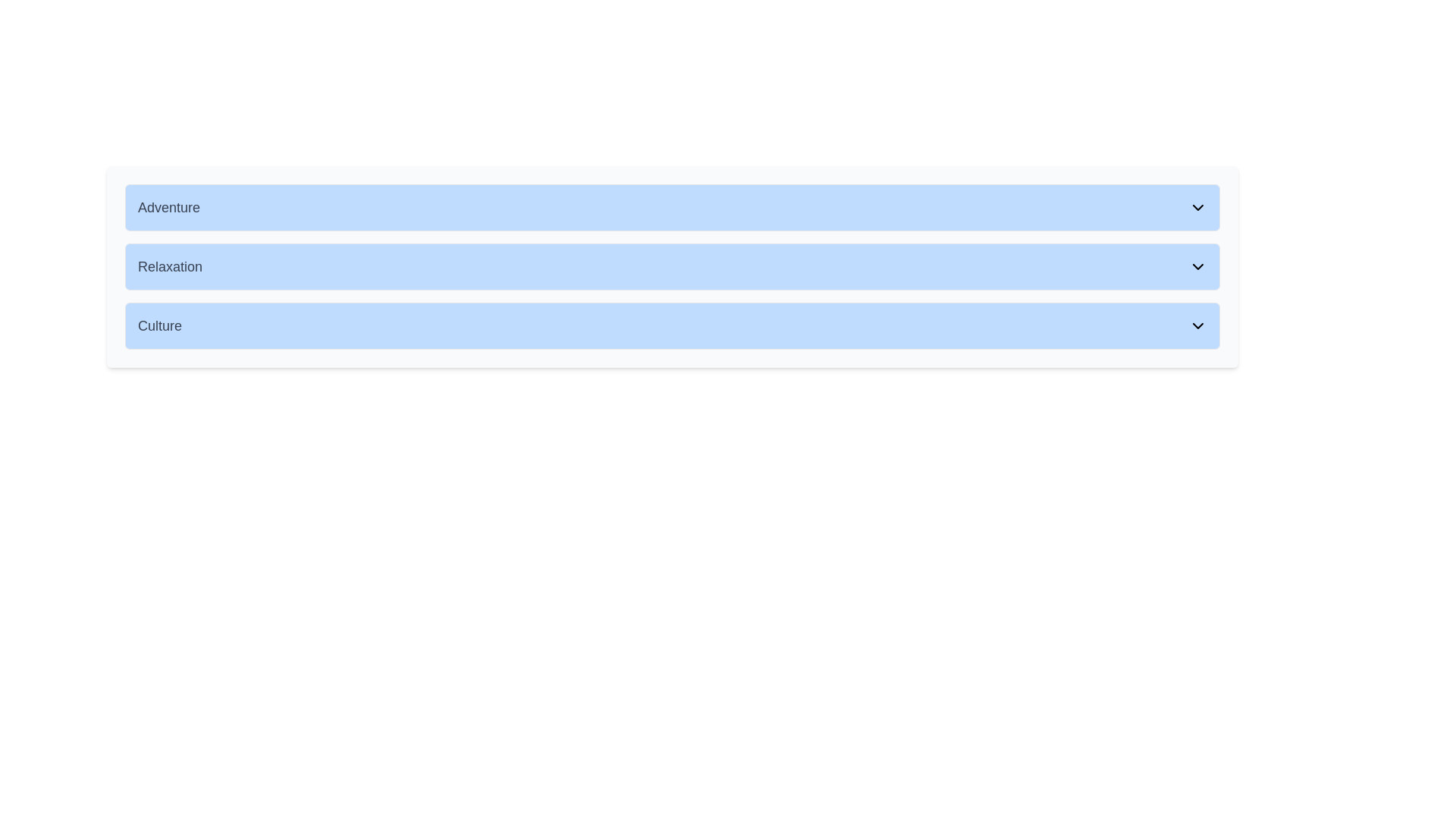 This screenshot has height=819, width=1456. Describe the element at coordinates (170, 265) in the screenshot. I see `text from the label located in the second section from the top of a vertically stacked group of blue background sections, positioned towards the left adjacent to a right-aligned chevron icon` at that location.